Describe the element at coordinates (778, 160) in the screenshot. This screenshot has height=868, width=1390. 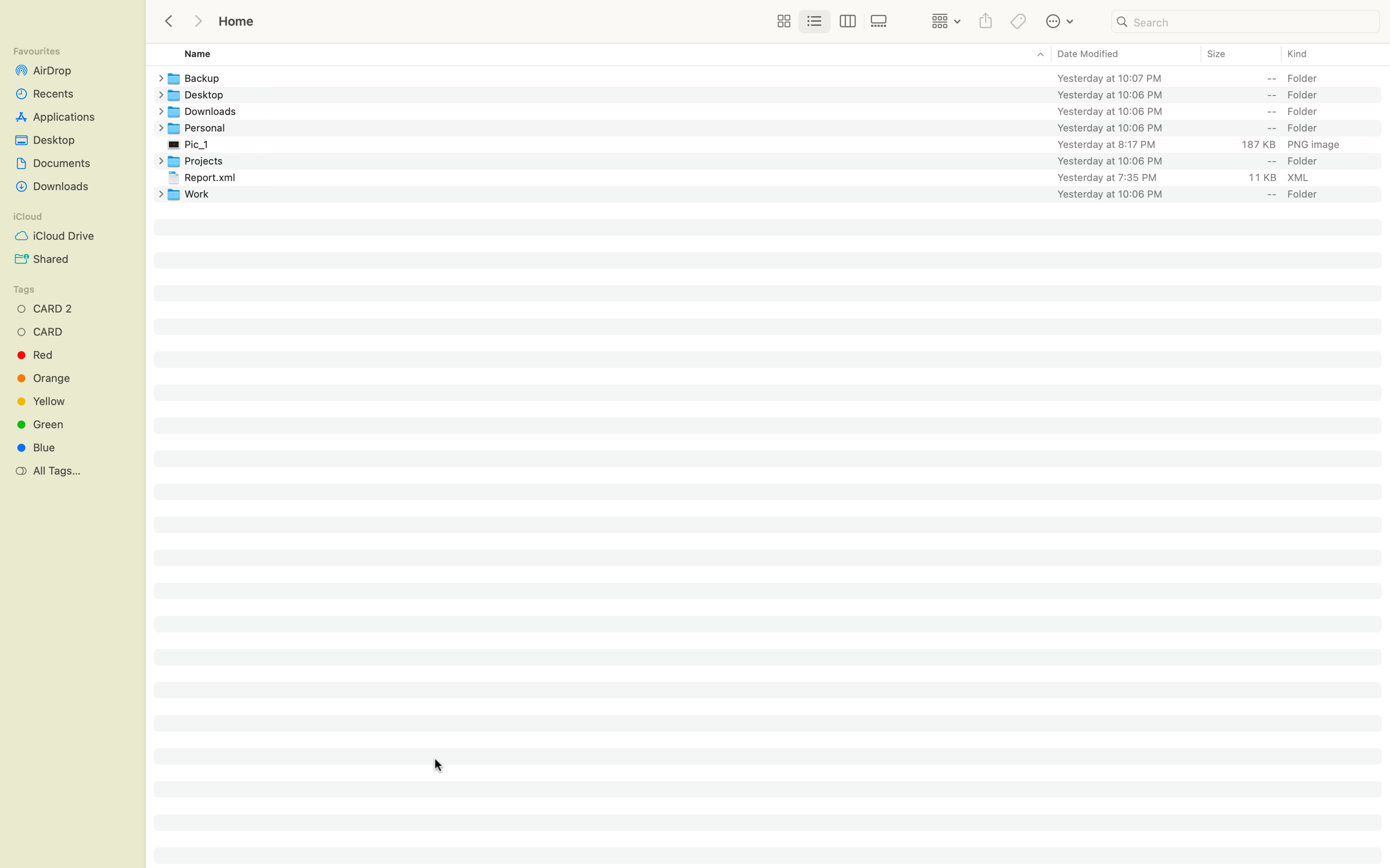
I see `Rename the Projects folder to "My Projects` at that location.